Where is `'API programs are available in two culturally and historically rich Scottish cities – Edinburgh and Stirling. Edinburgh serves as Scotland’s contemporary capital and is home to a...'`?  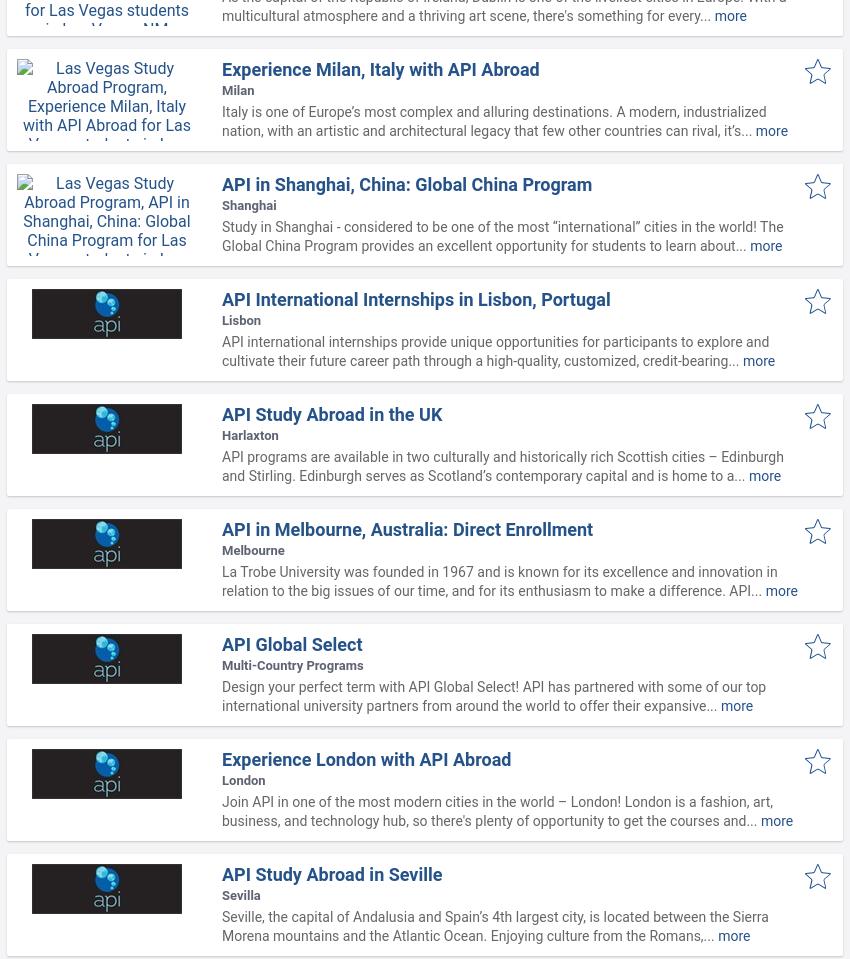
'API programs are available in two culturally and historically rich Scottish cities – Edinburgh and Stirling. Edinburgh serves as Scotland’s contemporary capital and is home to a...' is located at coordinates (502, 465).